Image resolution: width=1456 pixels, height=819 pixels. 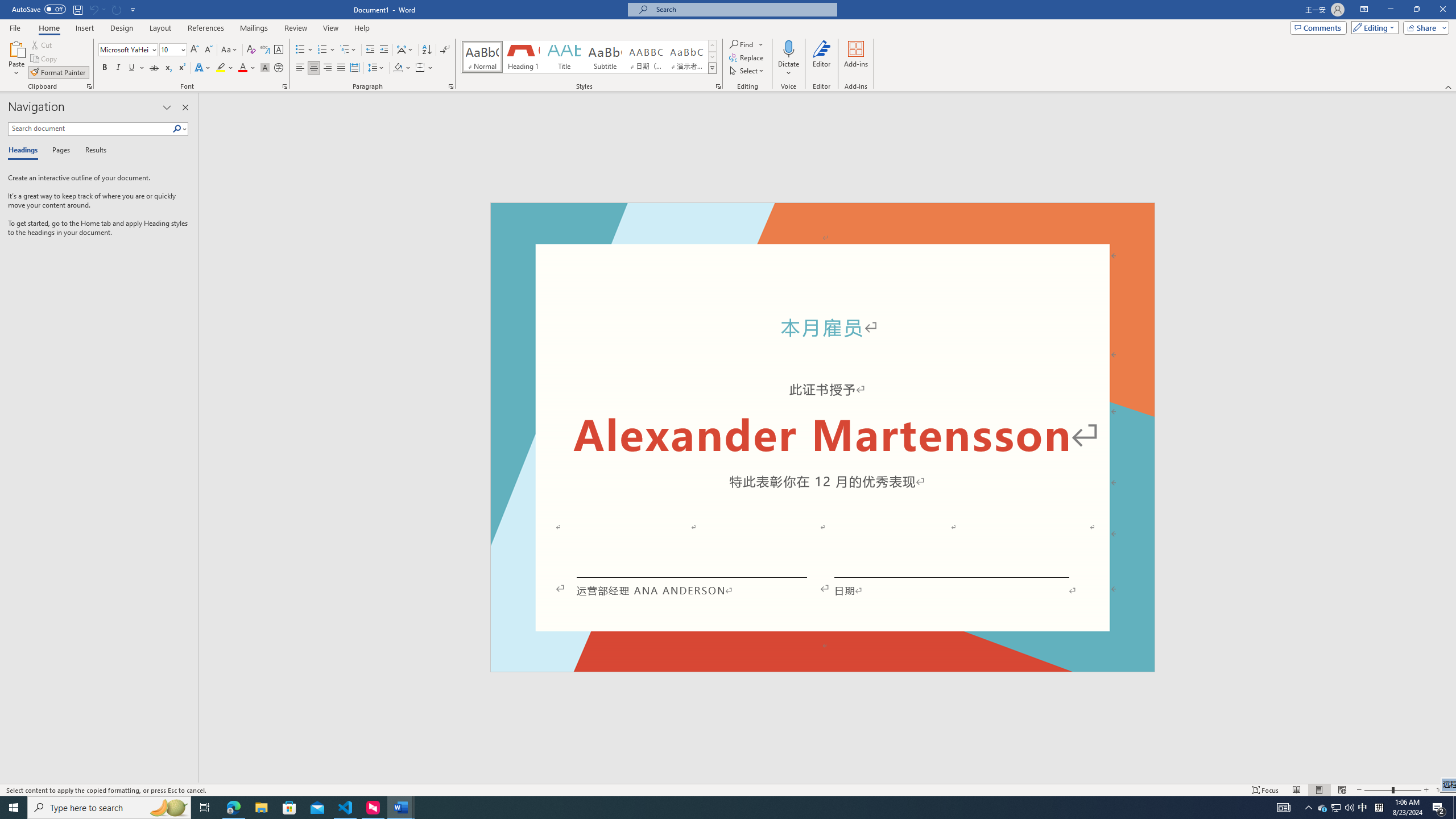 I want to click on 'Paragraph...', so click(x=450, y=85).